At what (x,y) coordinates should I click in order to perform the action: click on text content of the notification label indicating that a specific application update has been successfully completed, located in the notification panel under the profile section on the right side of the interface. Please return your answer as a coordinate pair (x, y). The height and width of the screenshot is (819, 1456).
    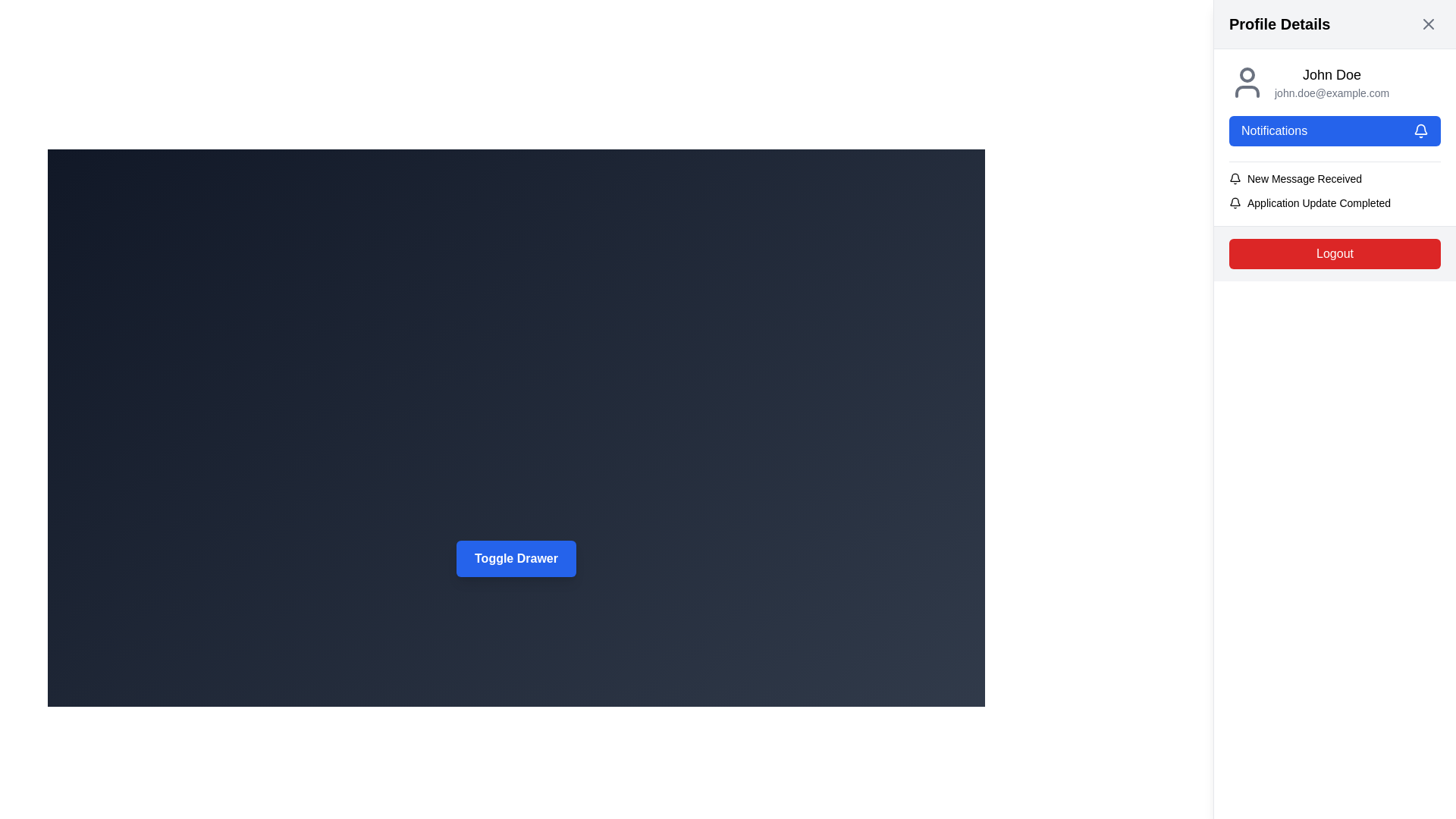
    Looking at the image, I should click on (1318, 202).